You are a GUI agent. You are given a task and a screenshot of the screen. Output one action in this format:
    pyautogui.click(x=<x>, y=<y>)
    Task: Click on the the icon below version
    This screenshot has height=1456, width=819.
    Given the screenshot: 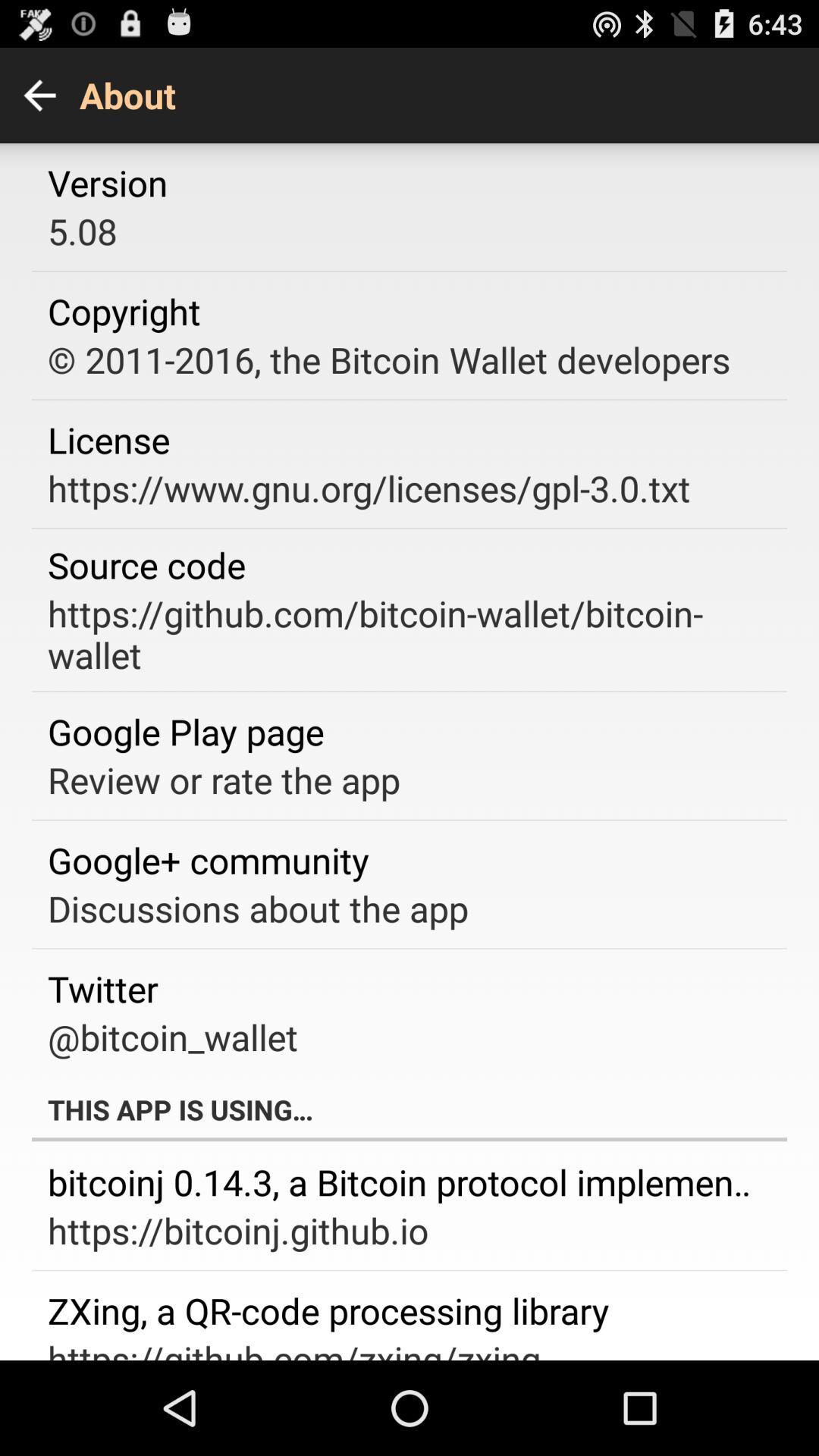 What is the action you would take?
    pyautogui.click(x=82, y=230)
    